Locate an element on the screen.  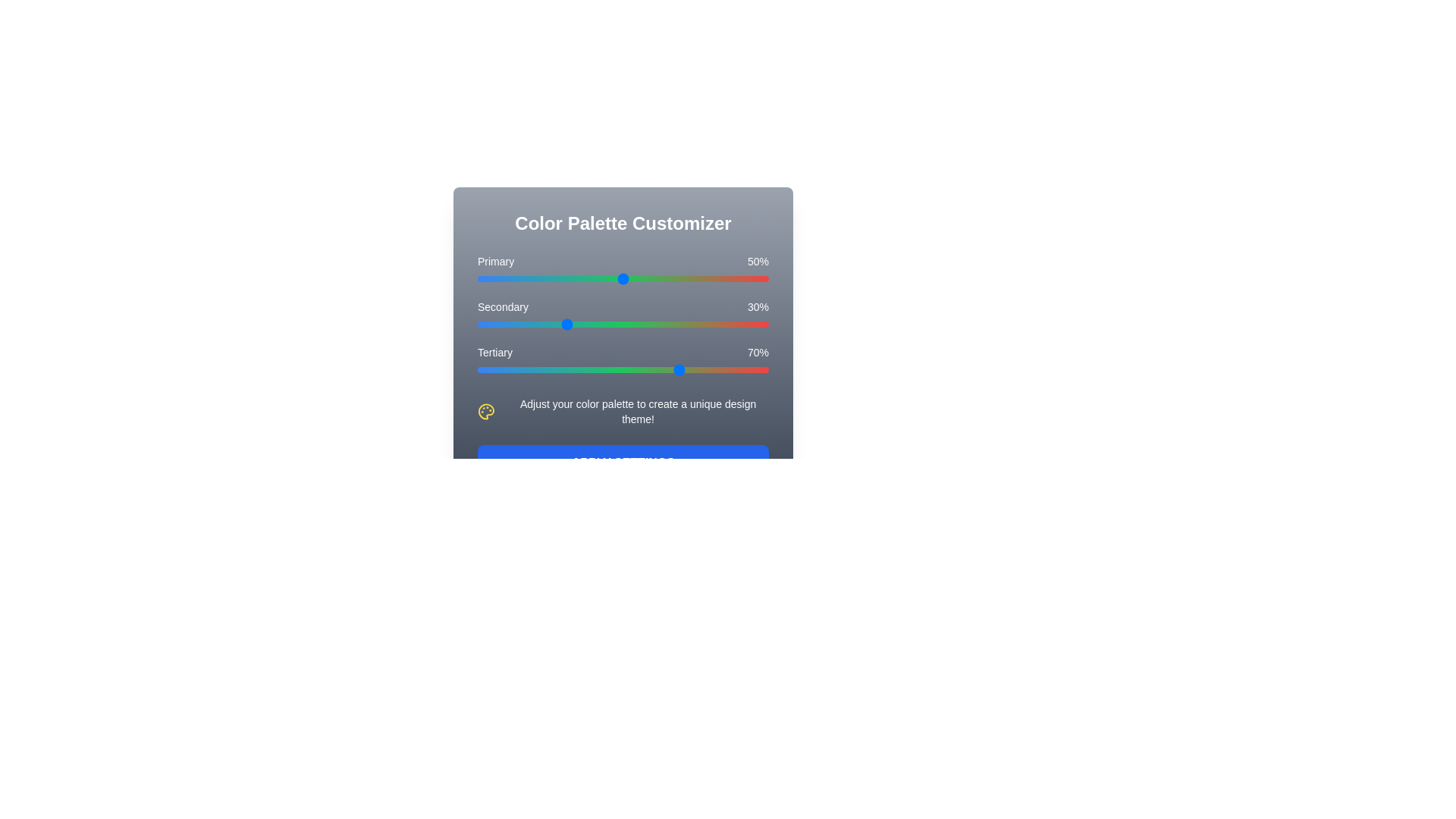
the primary color intensity is located at coordinates (564, 278).